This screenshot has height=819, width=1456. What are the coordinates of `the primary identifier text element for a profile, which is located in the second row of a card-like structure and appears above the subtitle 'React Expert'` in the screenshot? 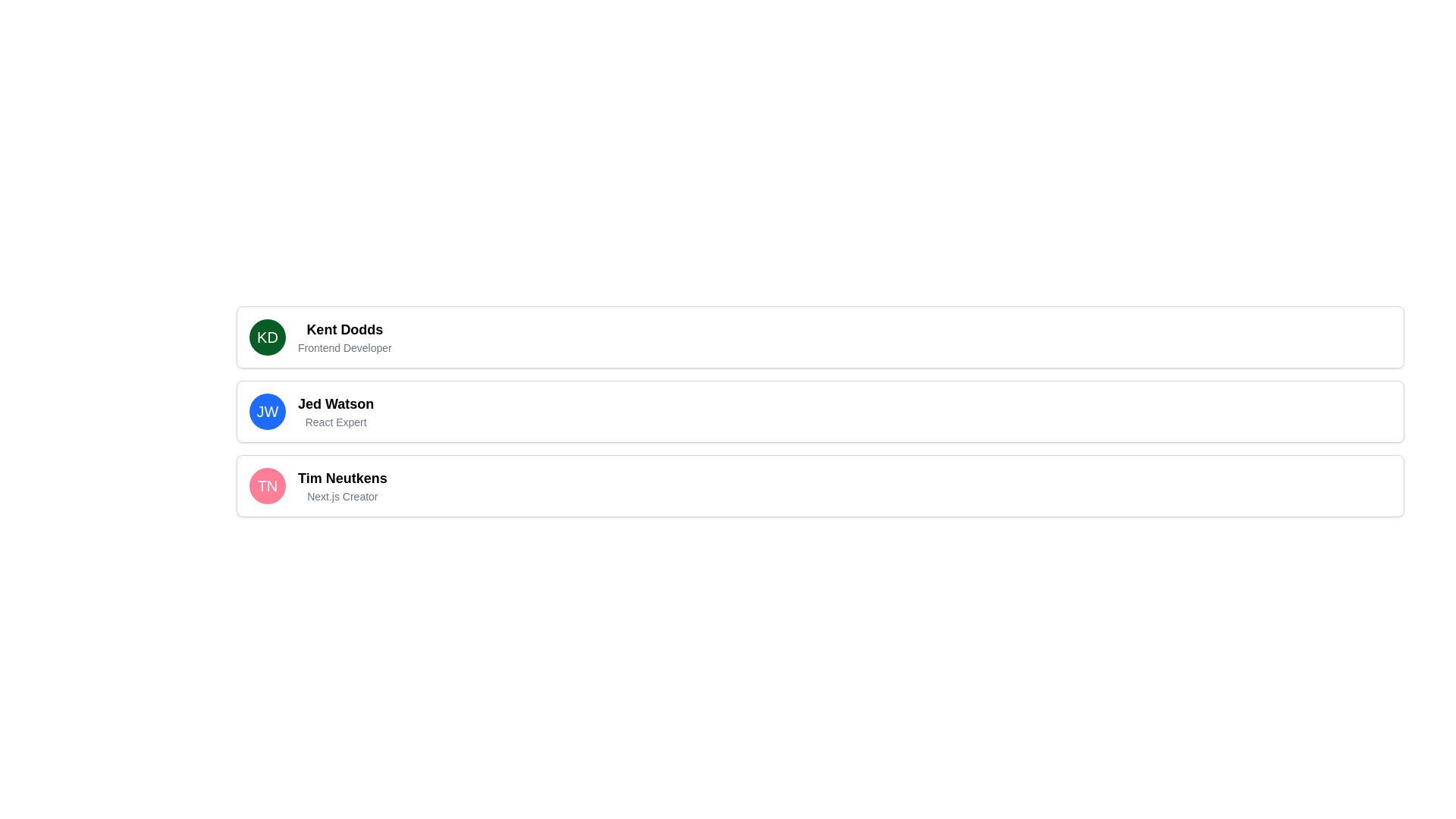 It's located at (335, 403).